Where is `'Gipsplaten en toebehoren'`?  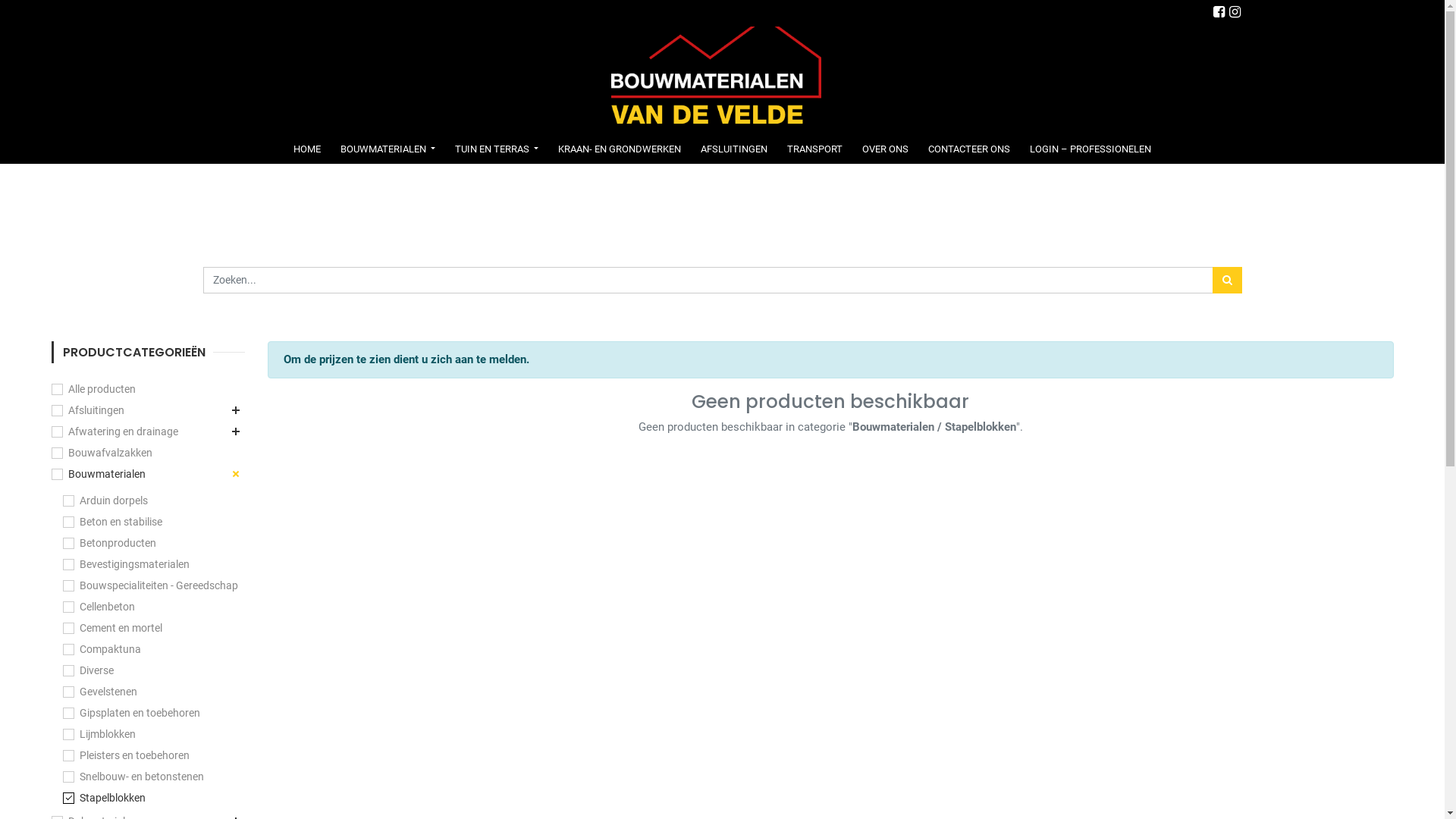
'Gipsplaten en toebehoren' is located at coordinates (130, 713).